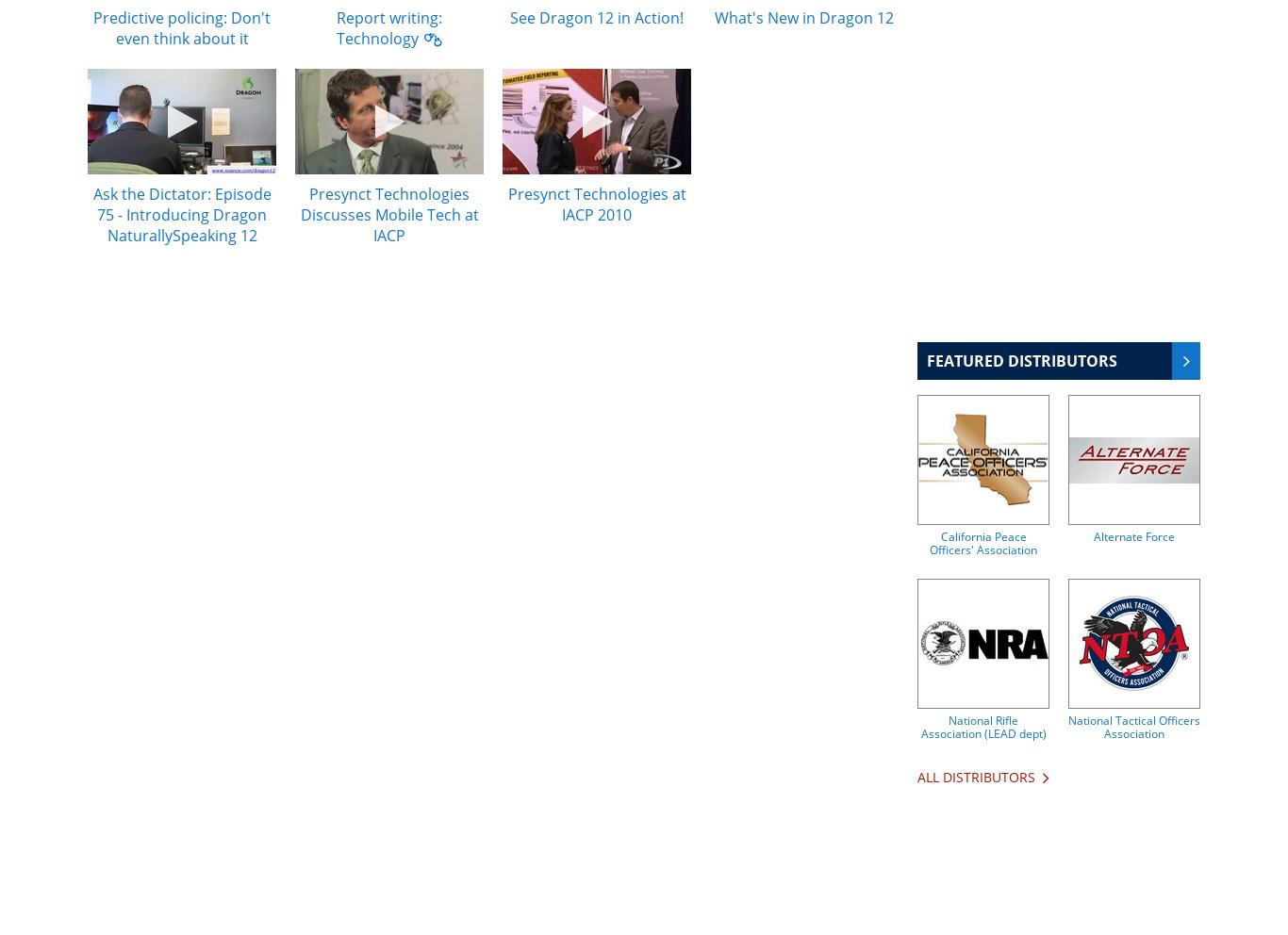 The height and width of the screenshot is (935, 1288). What do you see at coordinates (181, 26) in the screenshot?
I see `'Predictive policing: Don't even think about it'` at bounding box center [181, 26].